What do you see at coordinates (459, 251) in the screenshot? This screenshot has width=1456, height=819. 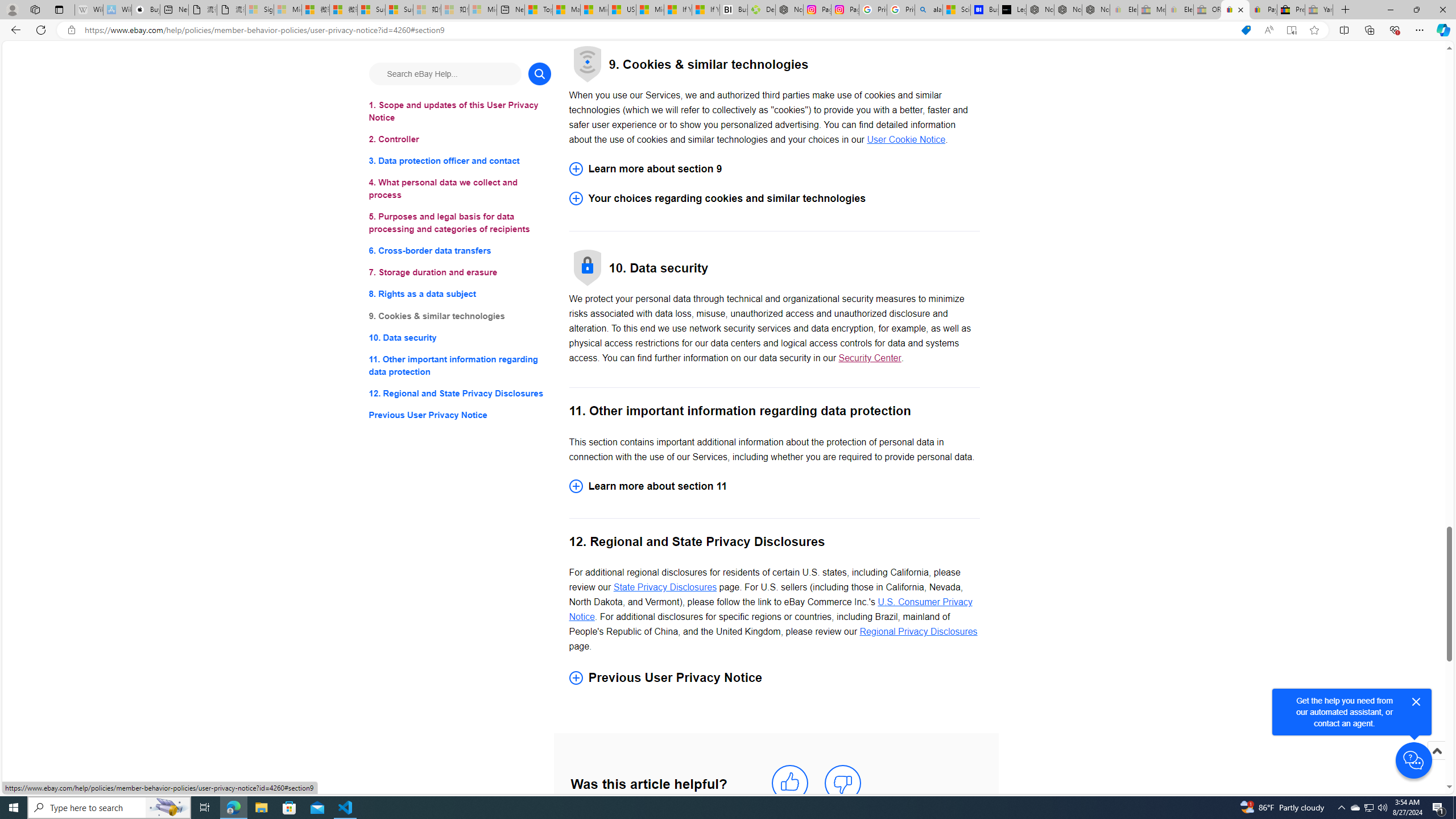 I see `'6. Cross-border data transfers'` at bounding box center [459, 251].